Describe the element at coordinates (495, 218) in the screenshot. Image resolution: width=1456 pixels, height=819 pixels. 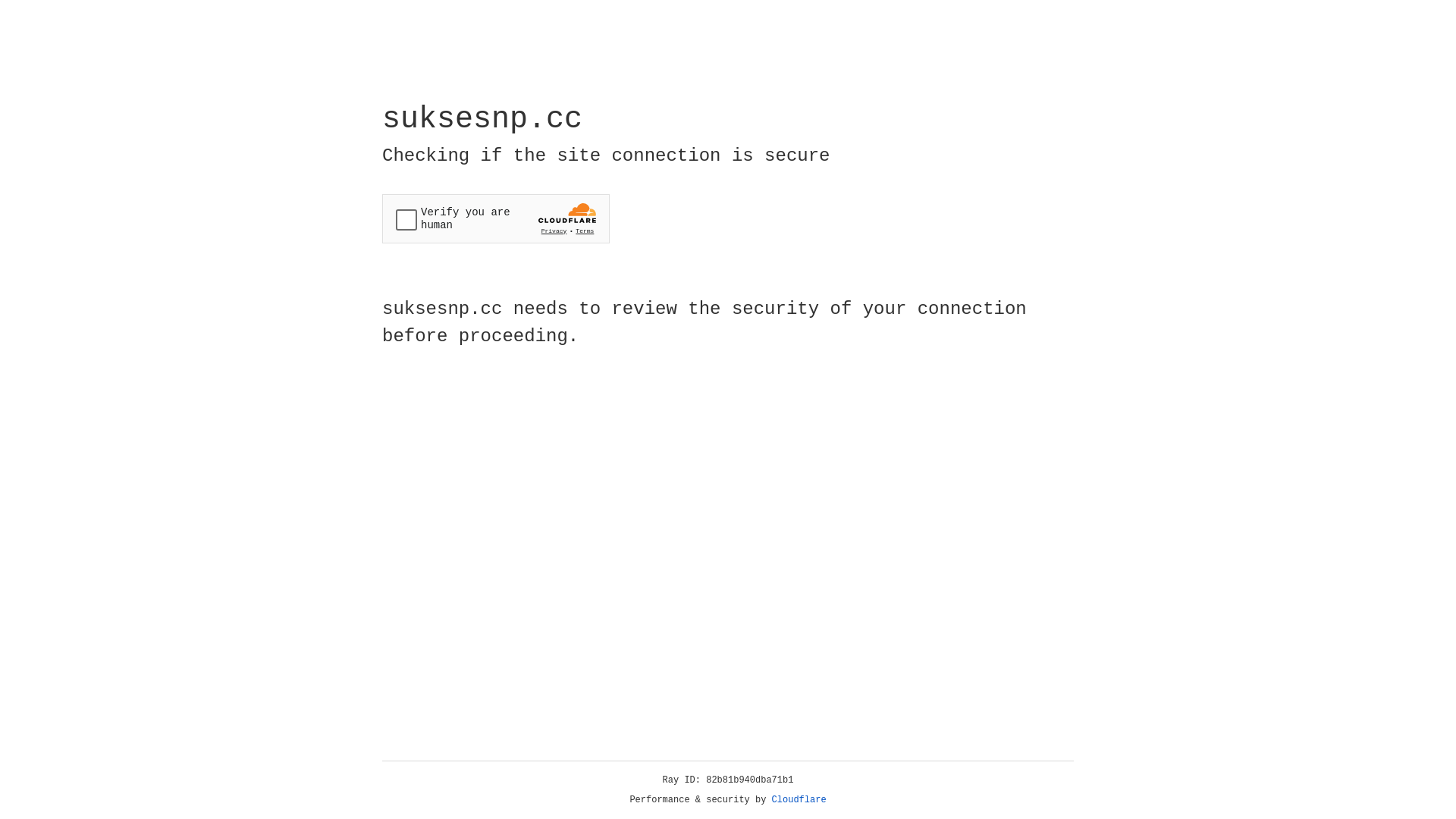
I see `'Widget containing a Cloudflare security challenge'` at that location.